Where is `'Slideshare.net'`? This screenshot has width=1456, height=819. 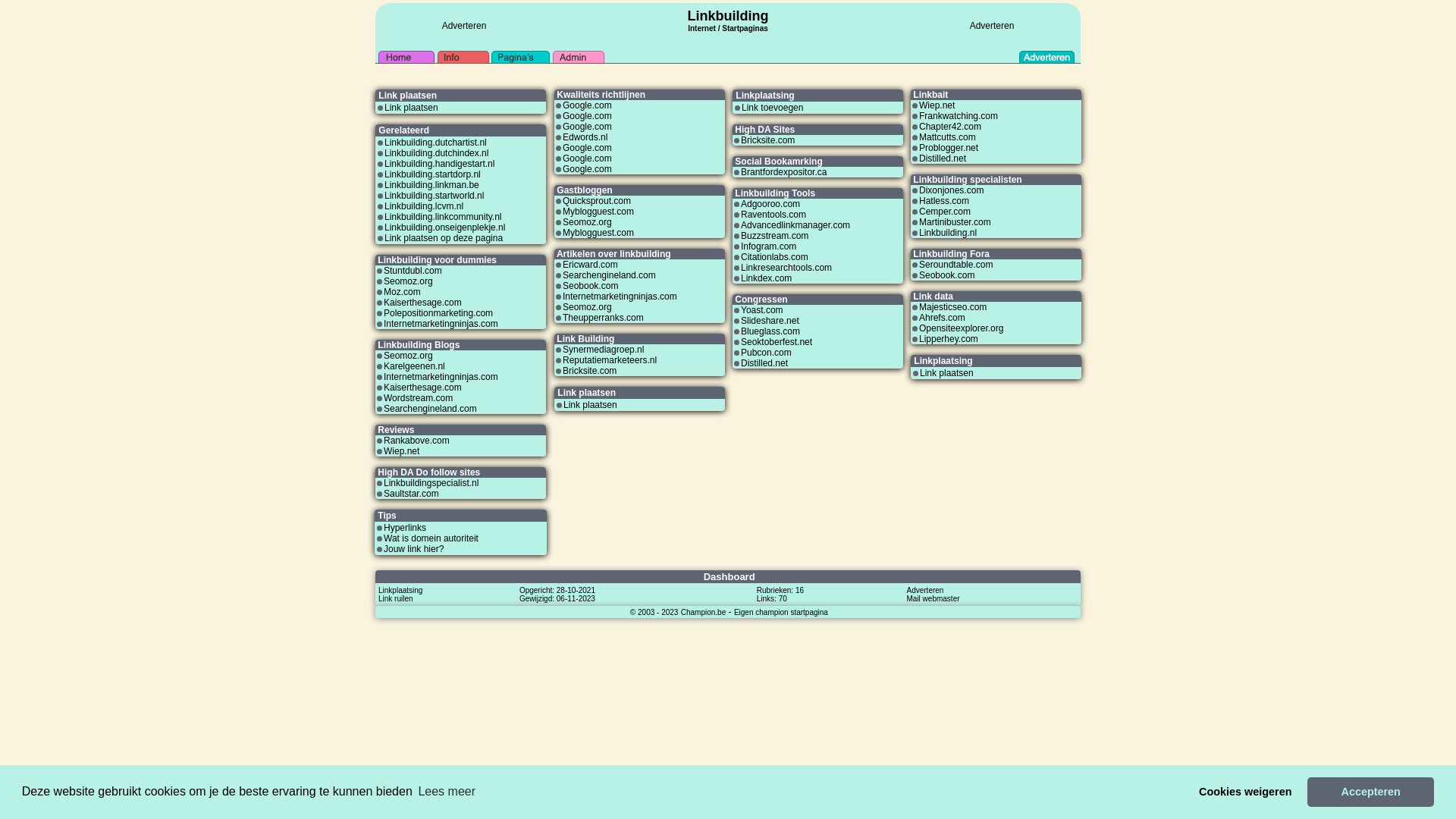 'Slideshare.net' is located at coordinates (770, 320).